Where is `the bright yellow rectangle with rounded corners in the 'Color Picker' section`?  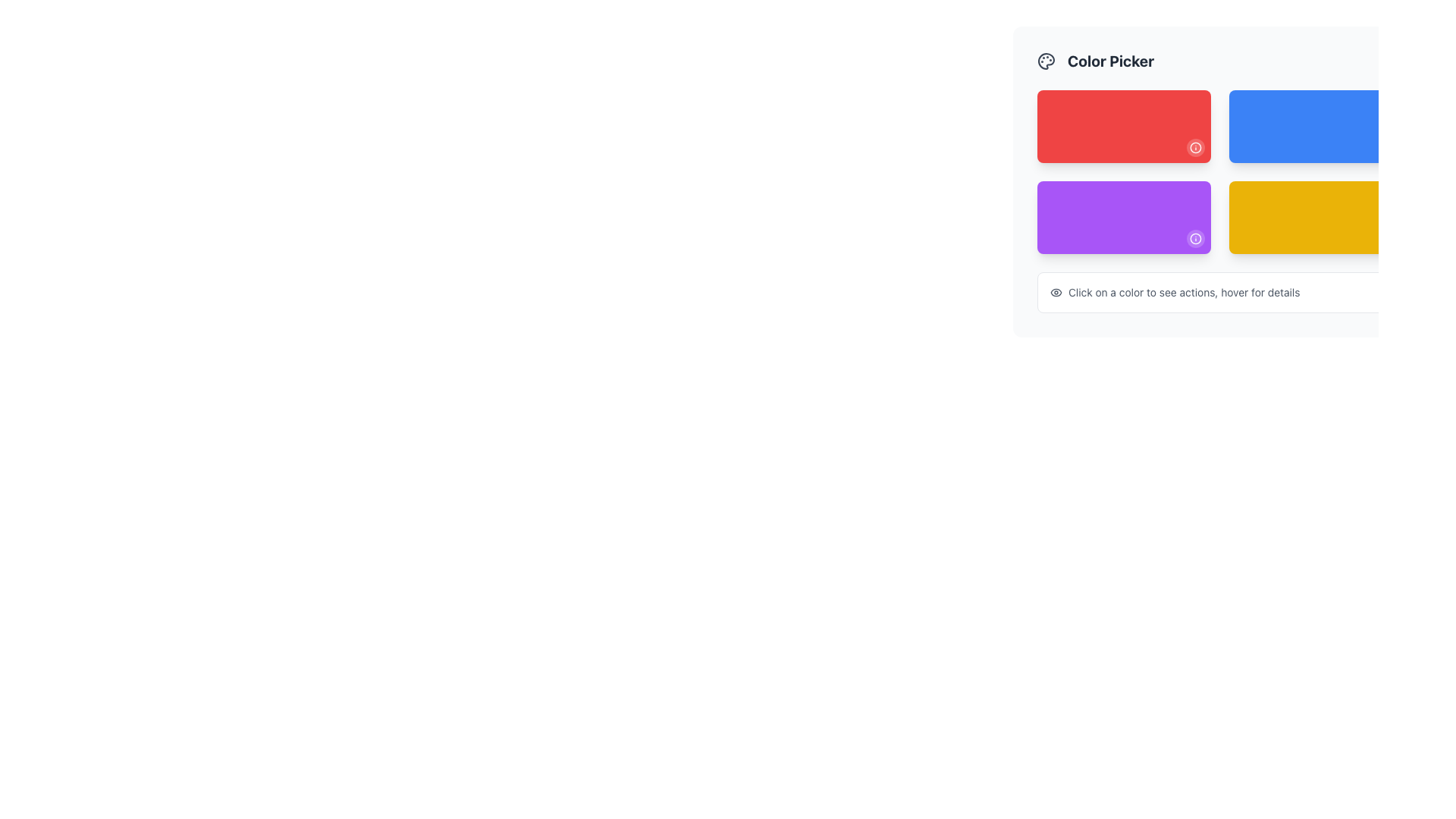
the bright yellow rectangle with rounded corners in the 'Color Picker' section is located at coordinates (1316, 217).